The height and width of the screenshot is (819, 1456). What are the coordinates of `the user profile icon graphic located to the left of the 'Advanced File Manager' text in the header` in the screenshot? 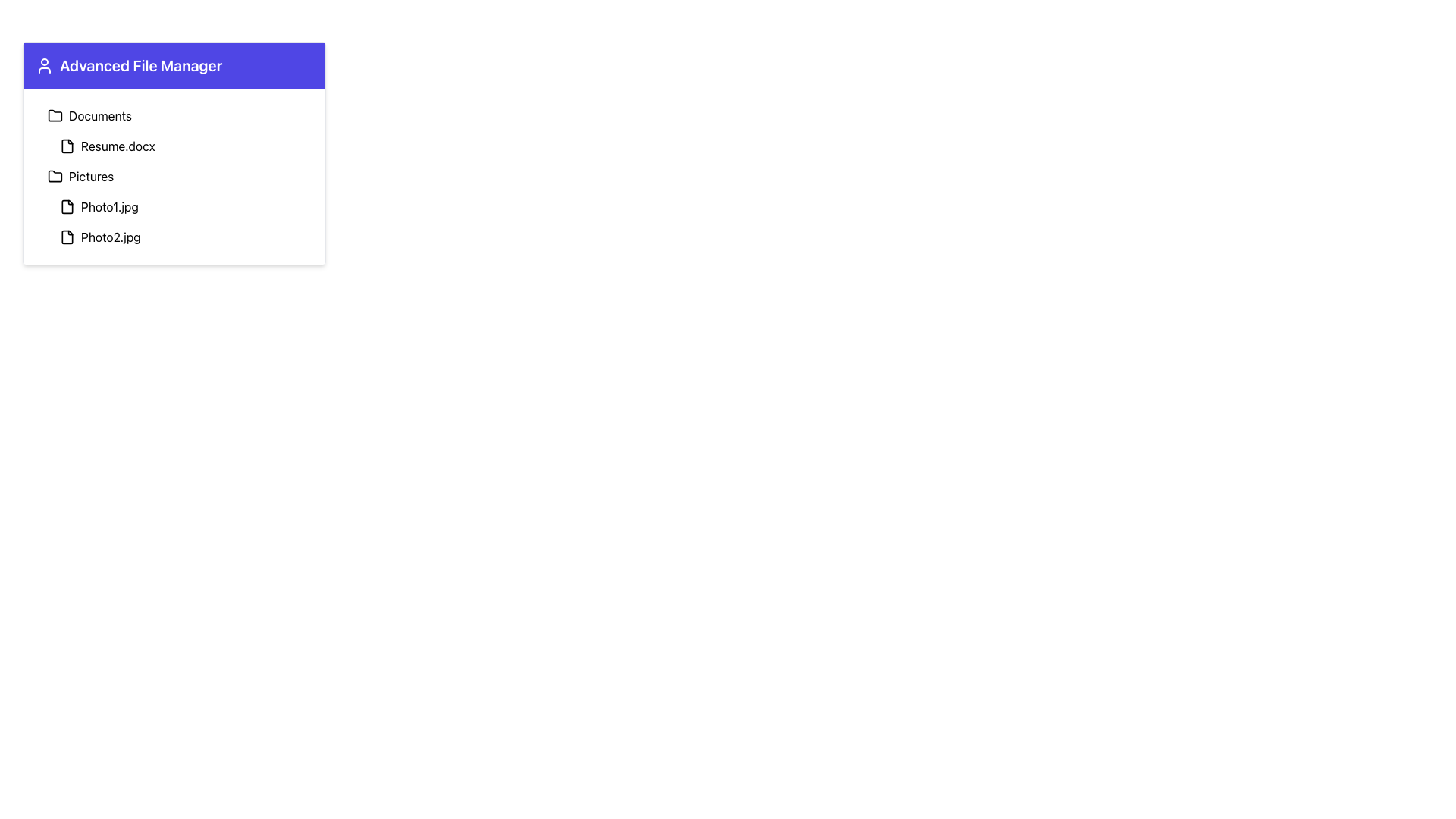 It's located at (44, 65).